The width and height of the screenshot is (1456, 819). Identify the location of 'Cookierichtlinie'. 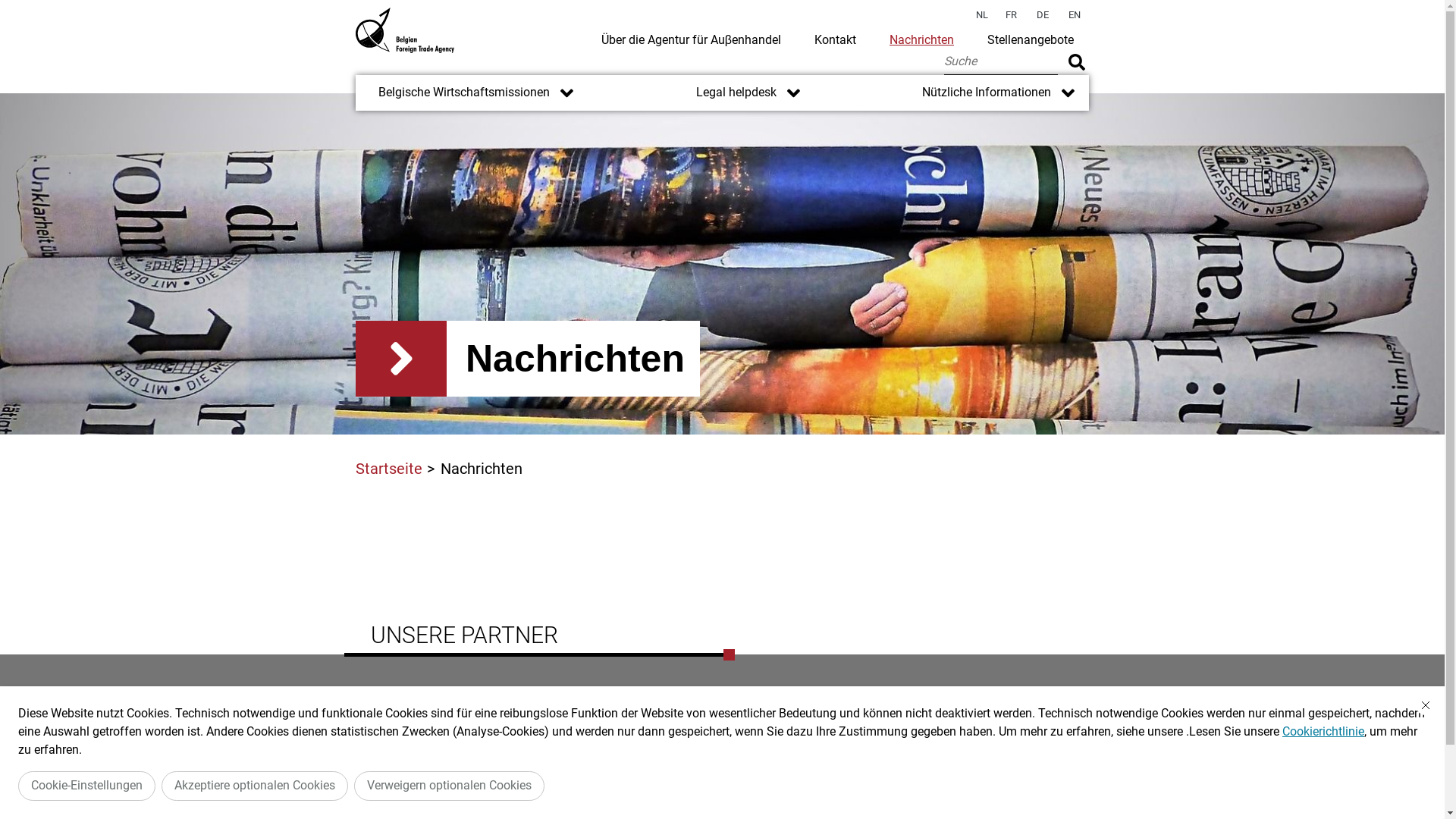
(1281, 730).